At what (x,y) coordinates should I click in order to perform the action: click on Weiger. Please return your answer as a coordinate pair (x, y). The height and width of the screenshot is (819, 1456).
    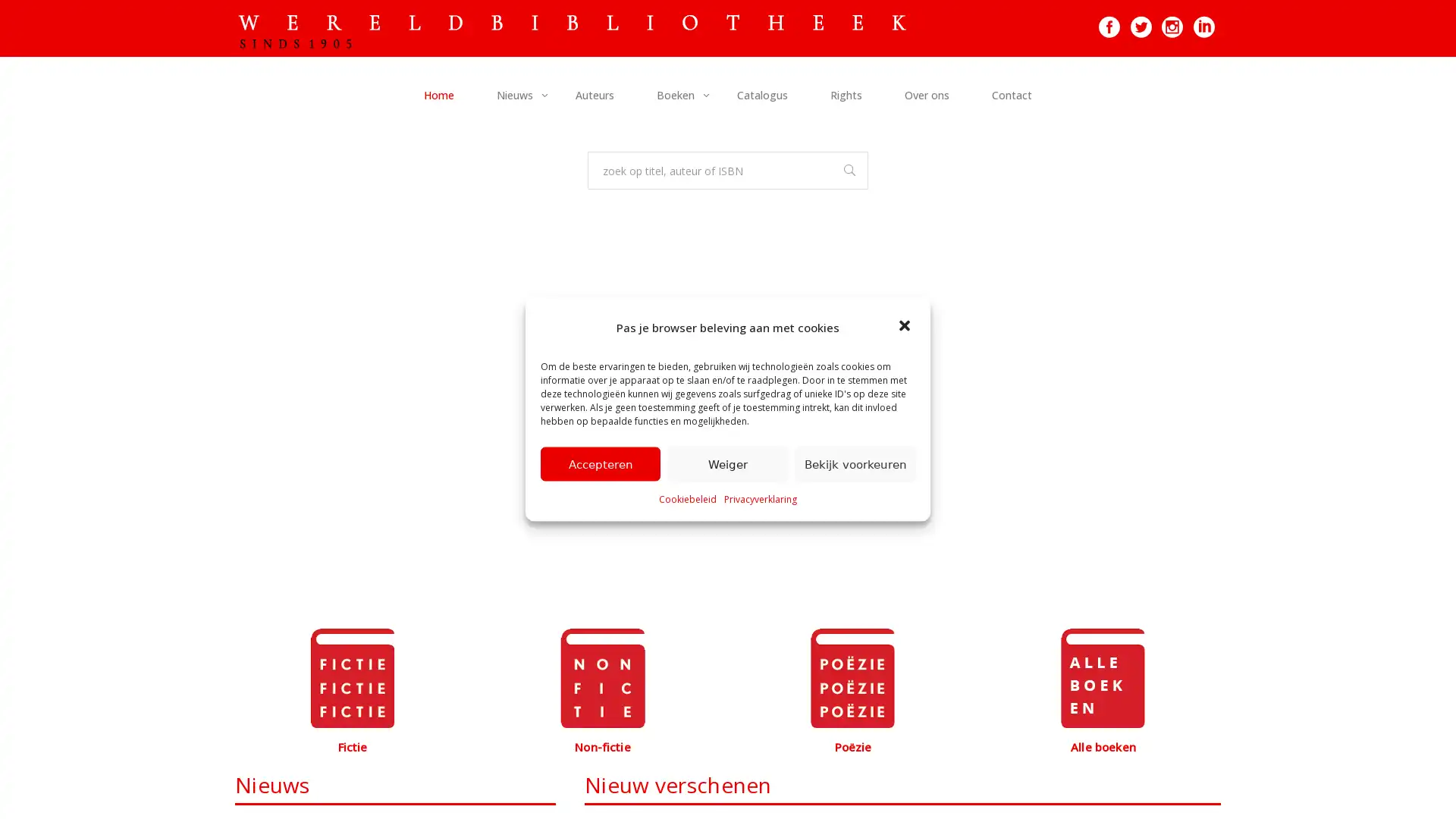
    Looking at the image, I should click on (728, 463).